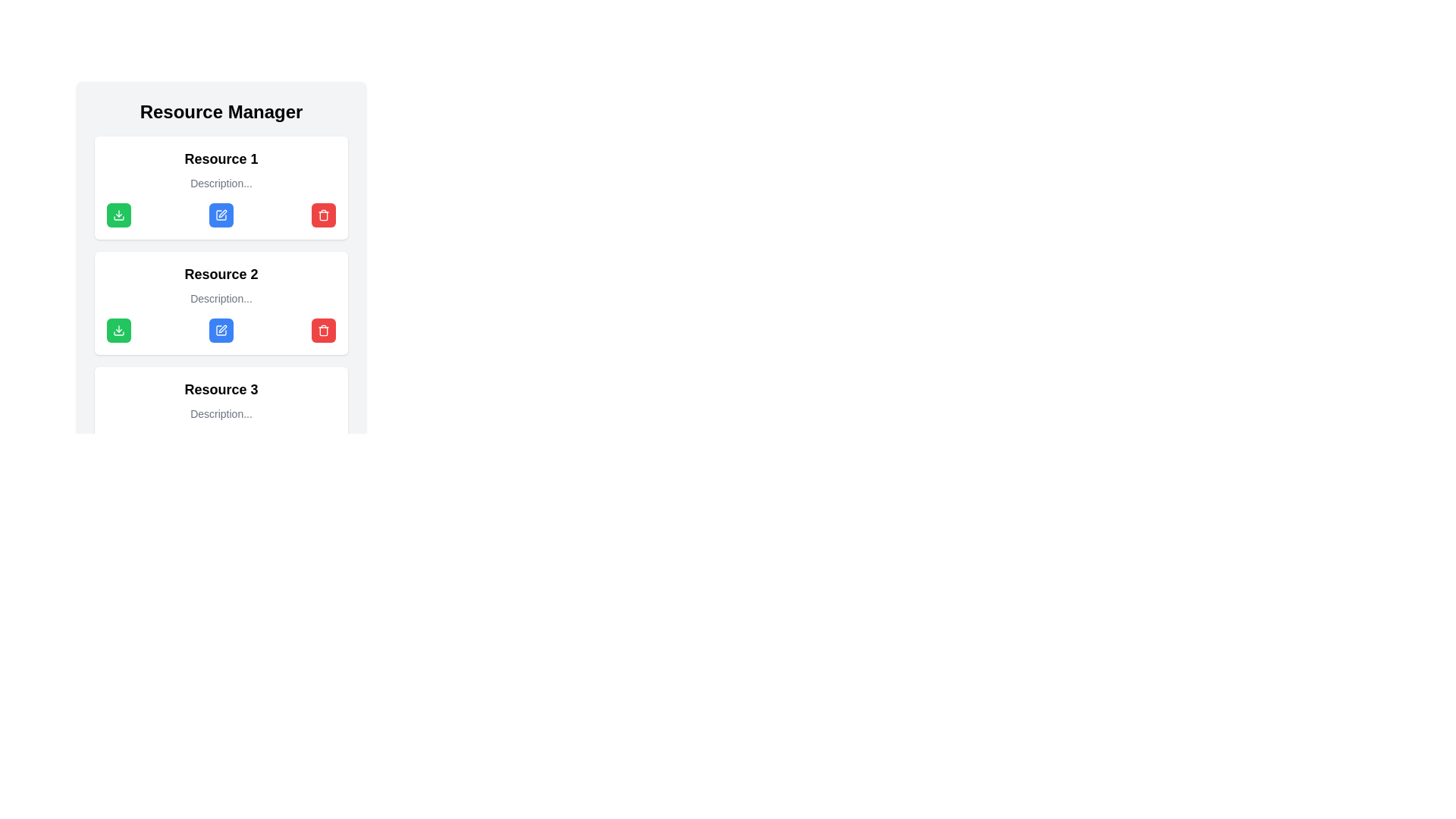  Describe the element at coordinates (118, 329) in the screenshot. I see `the download button represented by the green button labeled 'Resource 1'` at that location.